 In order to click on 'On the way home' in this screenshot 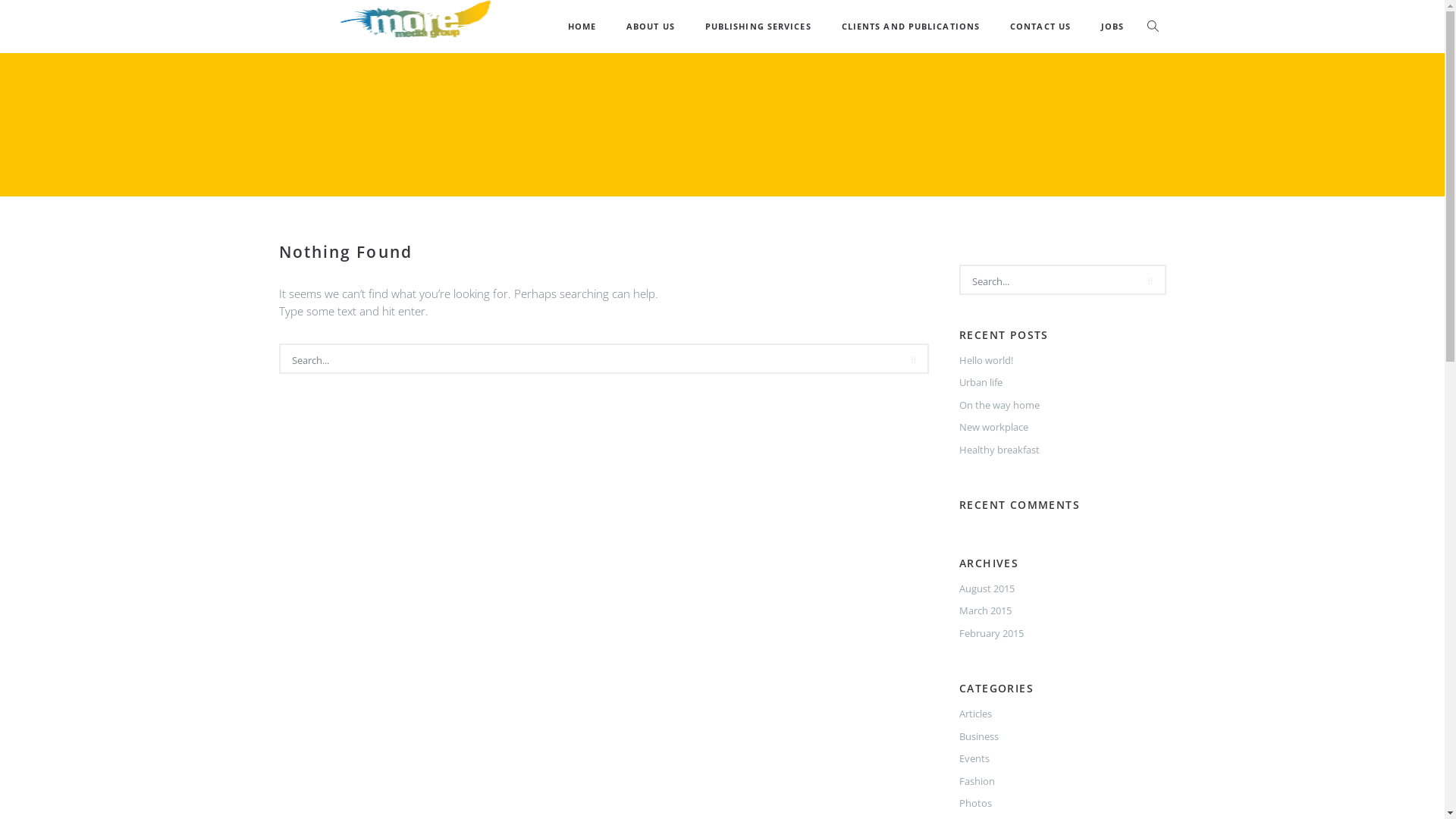, I will do `click(999, 403)`.